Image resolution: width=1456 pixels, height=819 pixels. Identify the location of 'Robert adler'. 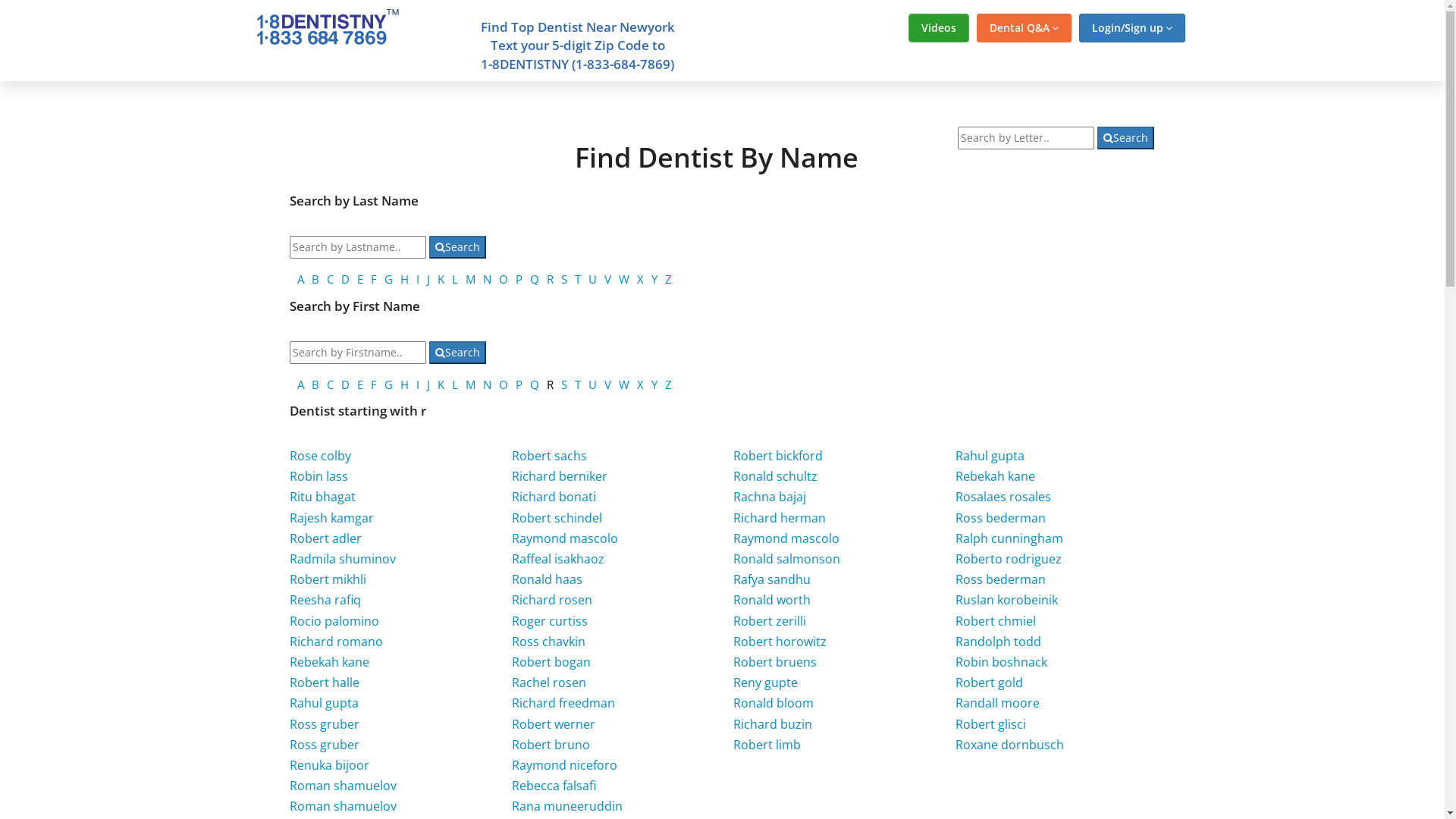
(290, 537).